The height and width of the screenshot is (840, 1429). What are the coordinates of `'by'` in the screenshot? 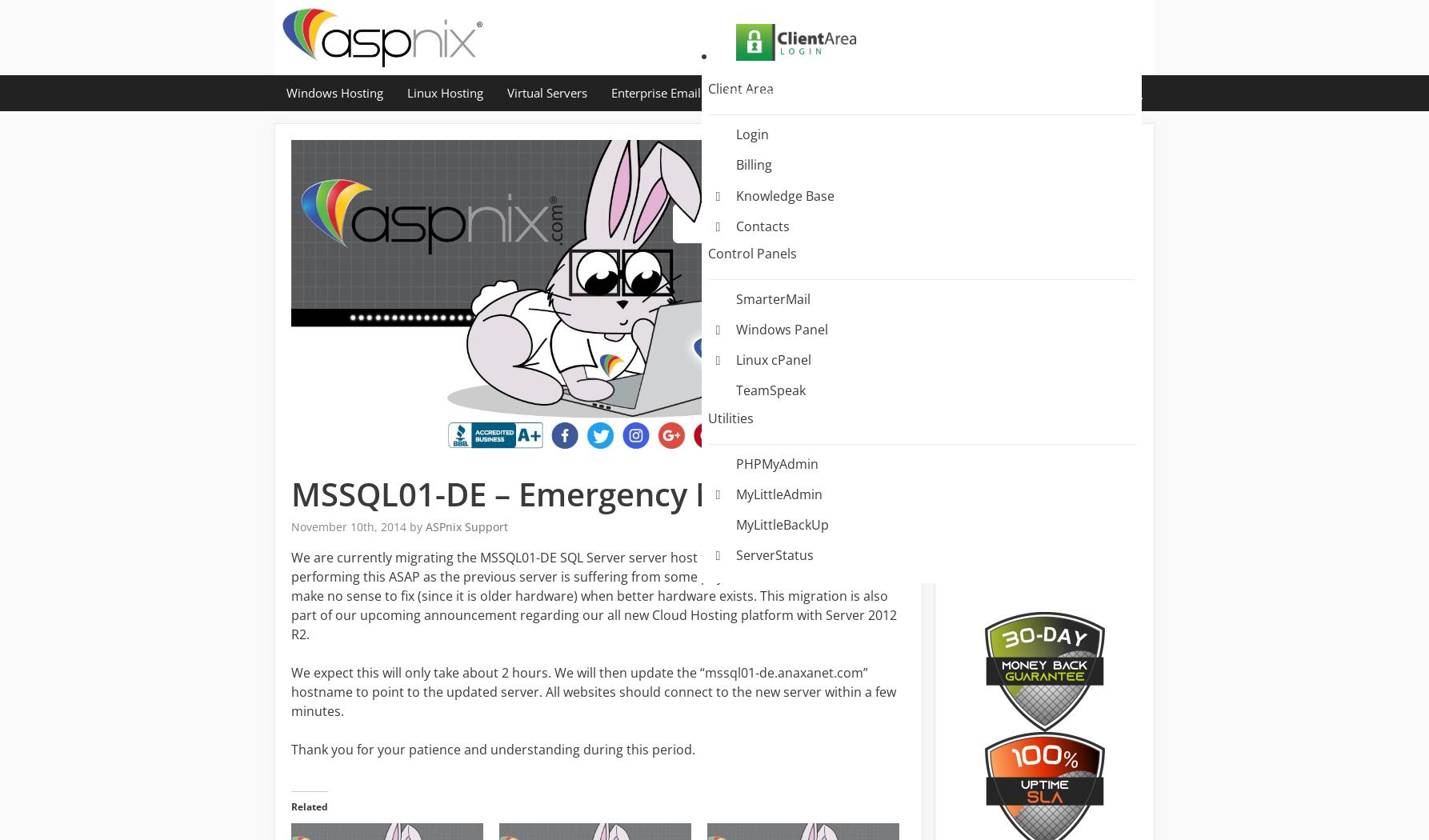 It's located at (409, 525).